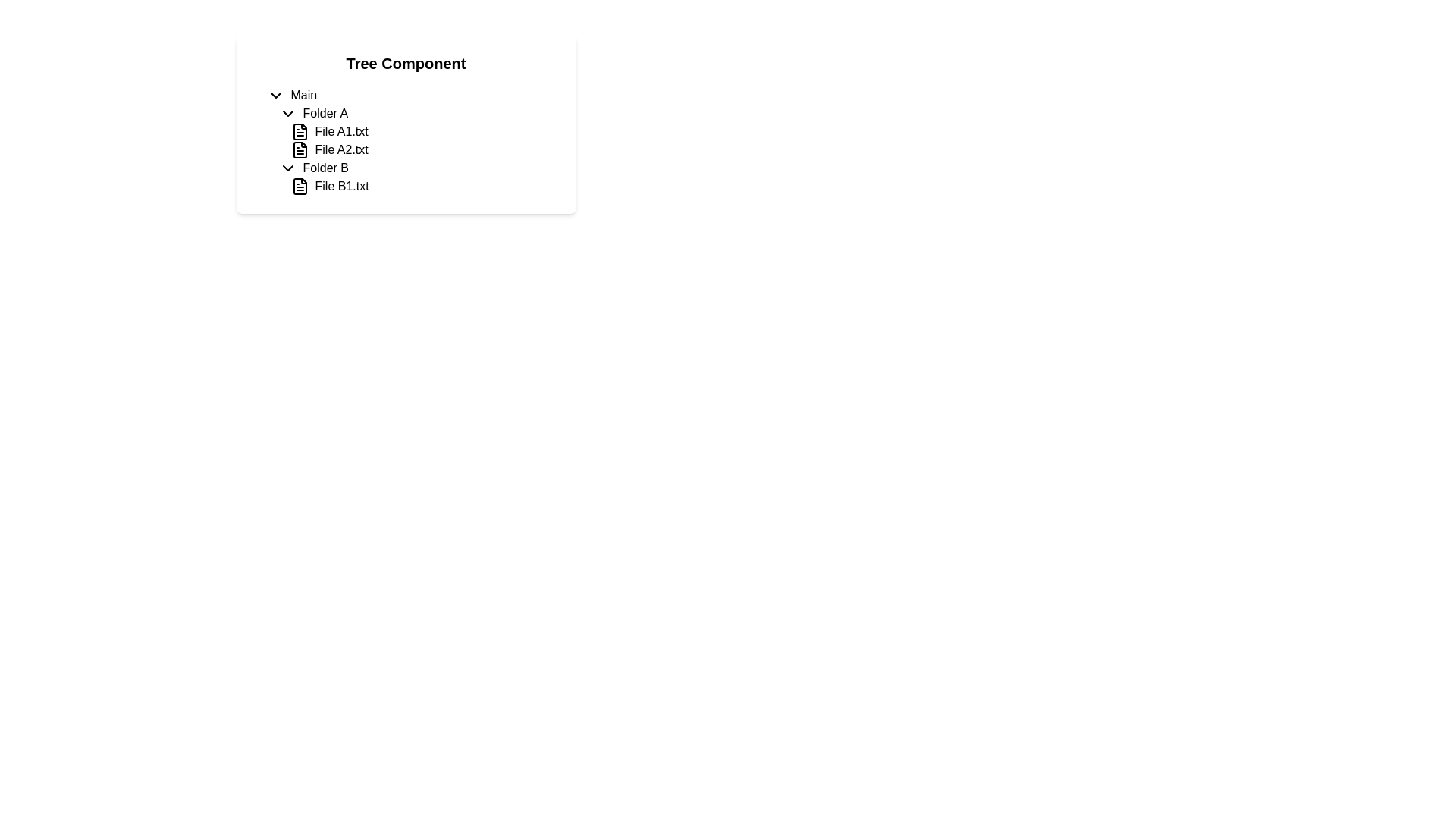 The width and height of the screenshot is (1456, 819). What do you see at coordinates (412, 130) in the screenshot?
I see `the second top-level collapsible tree section labeled 'Main' in the file explorer interface` at bounding box center [412, 130].